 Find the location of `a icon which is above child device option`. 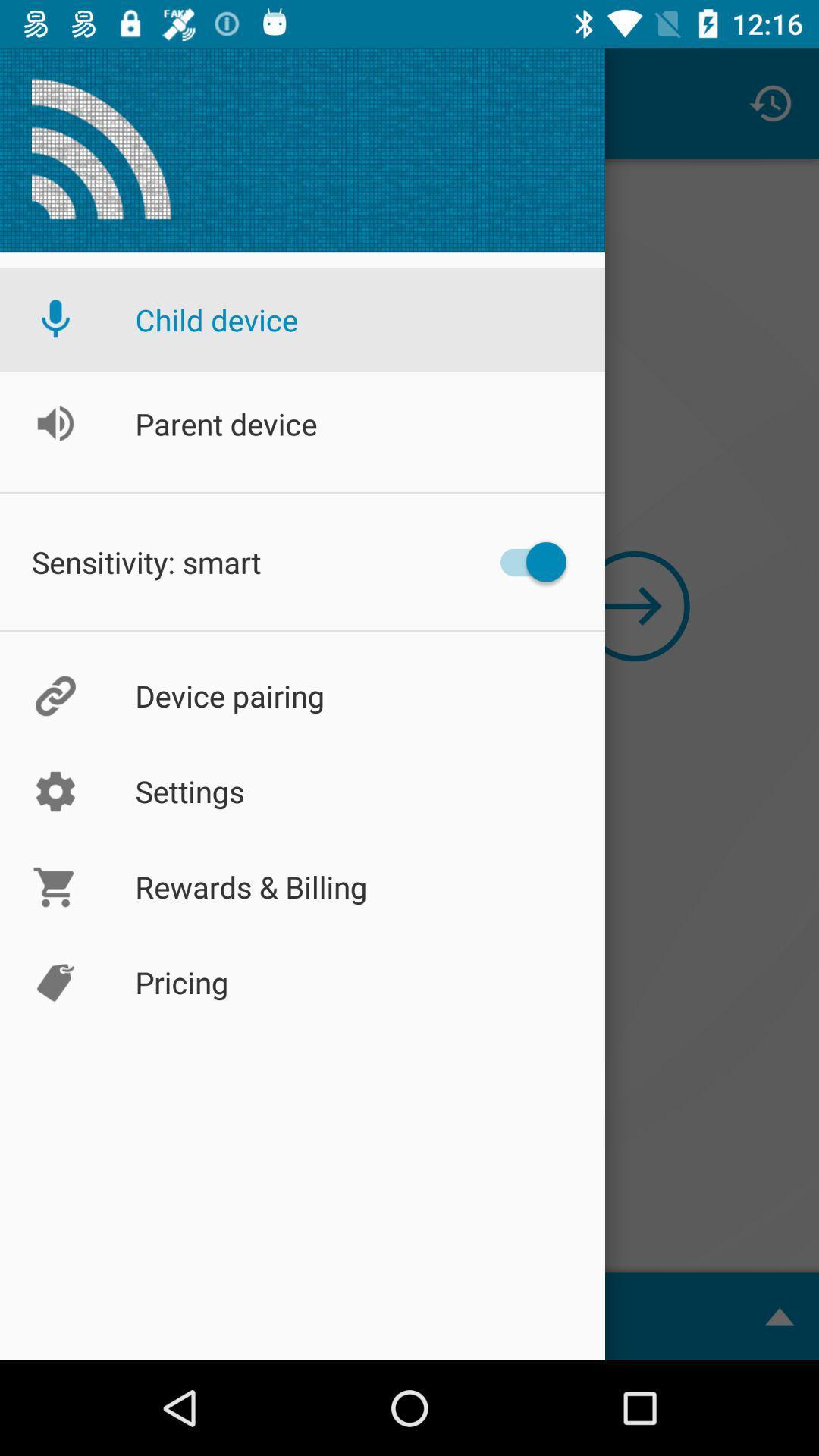

a icon which is above child device option is located at coordinates (102, 149).